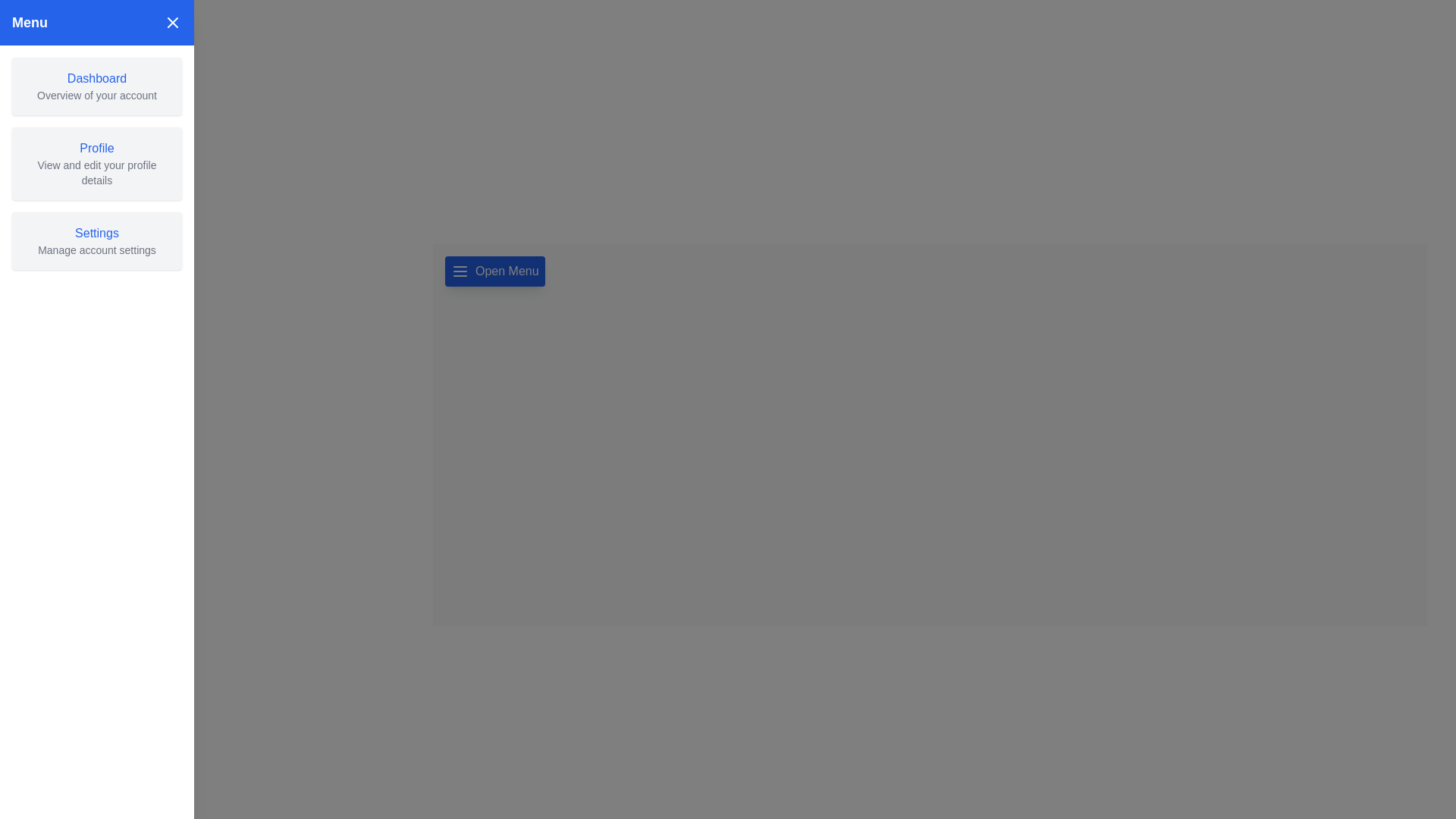  Describe the element at coordinates (96, 79) in the screenshot. I see `the 'Dashboard' text label, which serves as the primary title for the Dashboard section, located in the vertical menu on the left side of the interface` at that location.